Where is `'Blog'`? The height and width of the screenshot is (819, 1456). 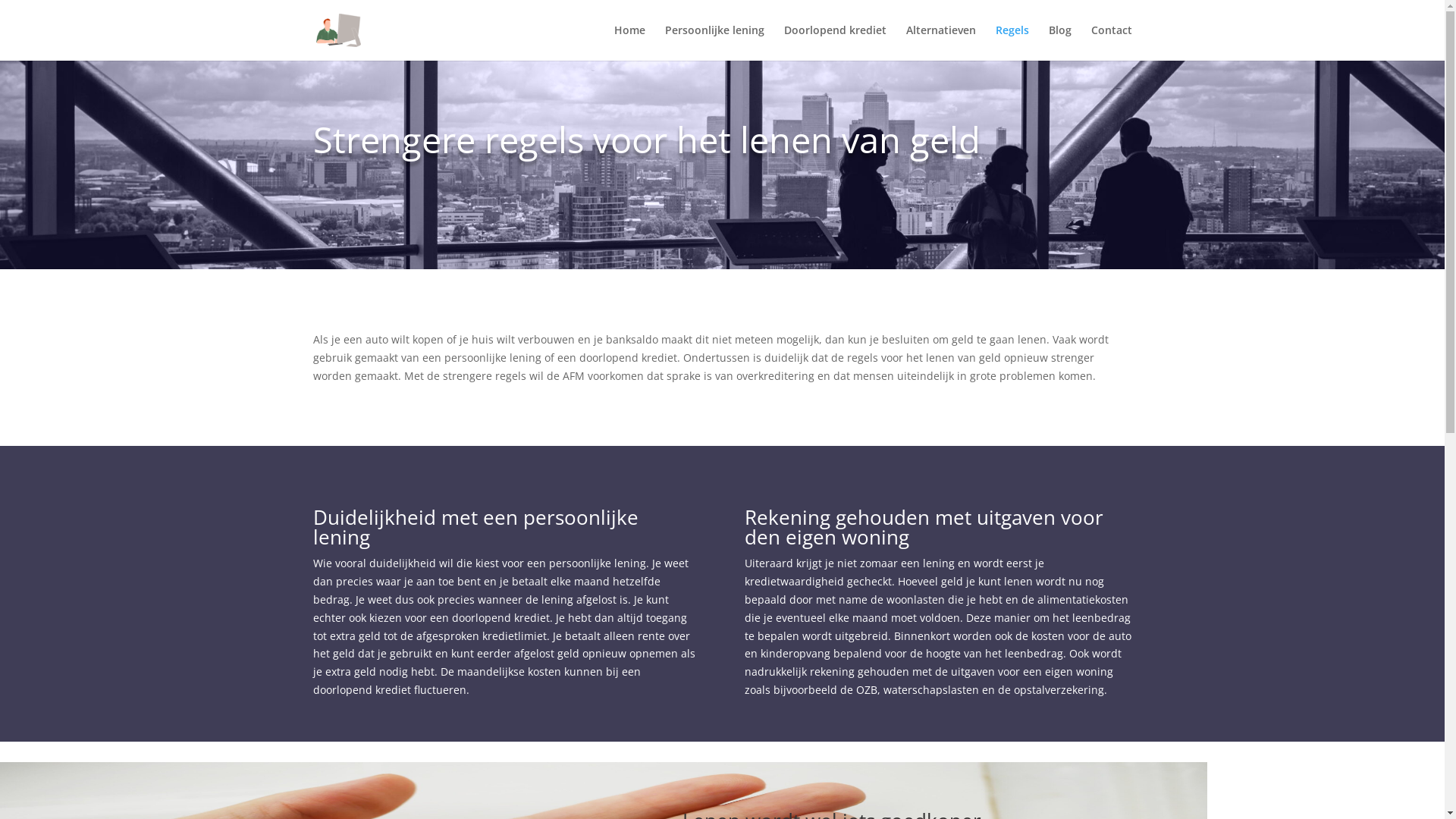 'Blog' is located at coordinates (1047, 42).